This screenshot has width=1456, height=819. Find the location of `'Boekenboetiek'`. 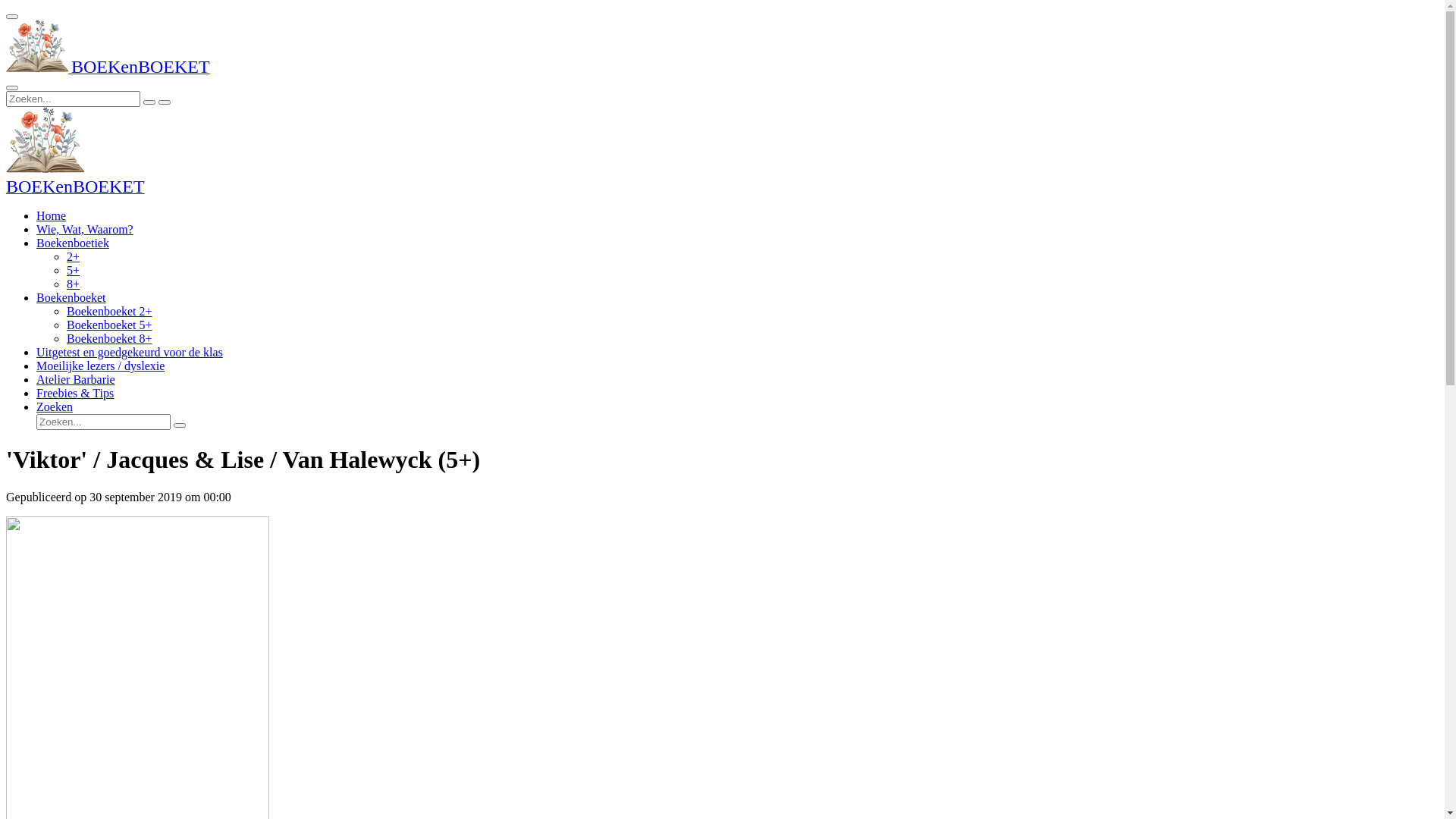

'Boekenboetiek' is located at coordinates (72, 242).